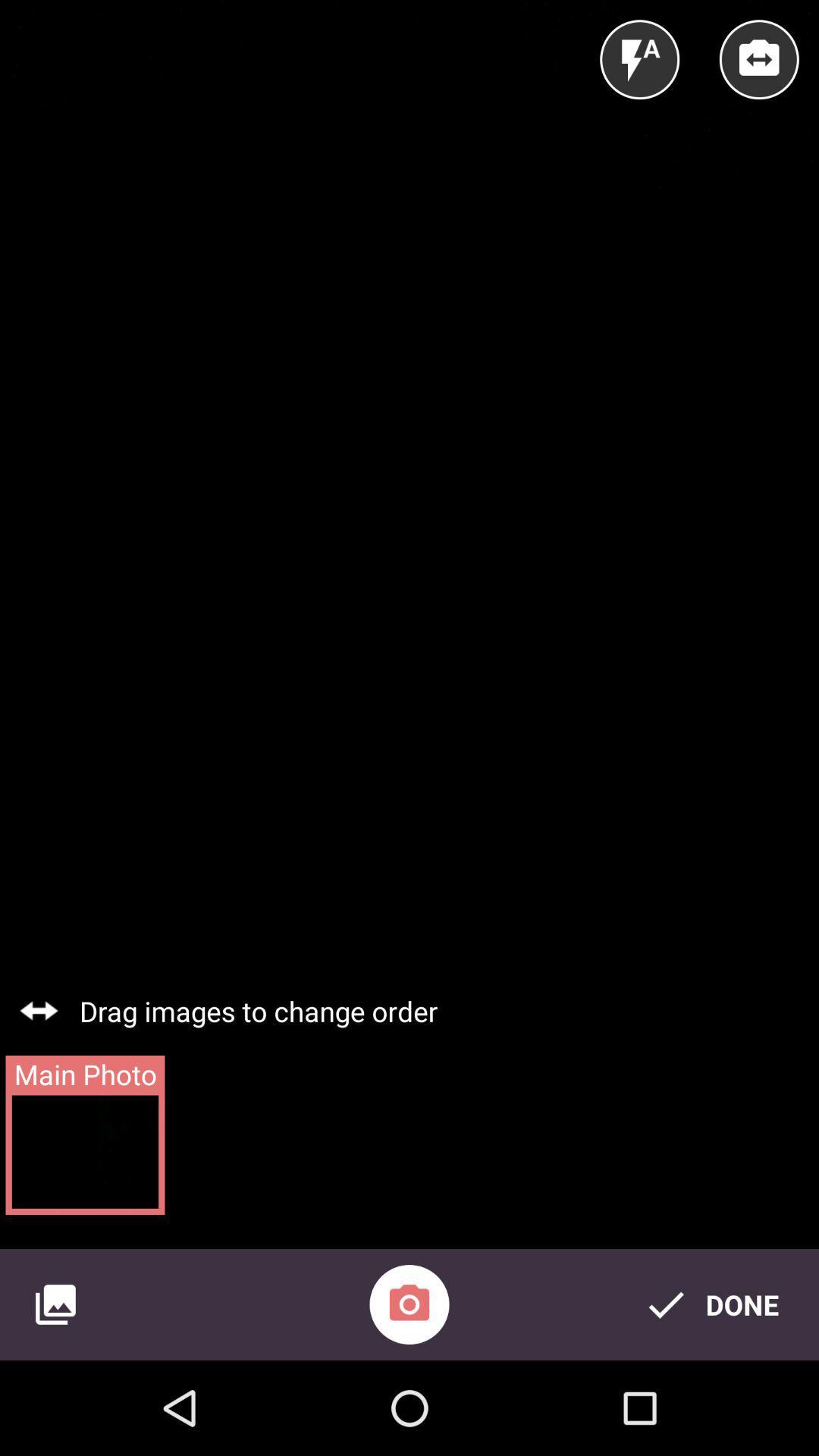  What do you see at coordinates (639, 59) in the screenshot?
I see `the flash icon` at bounding box center [639, 59].